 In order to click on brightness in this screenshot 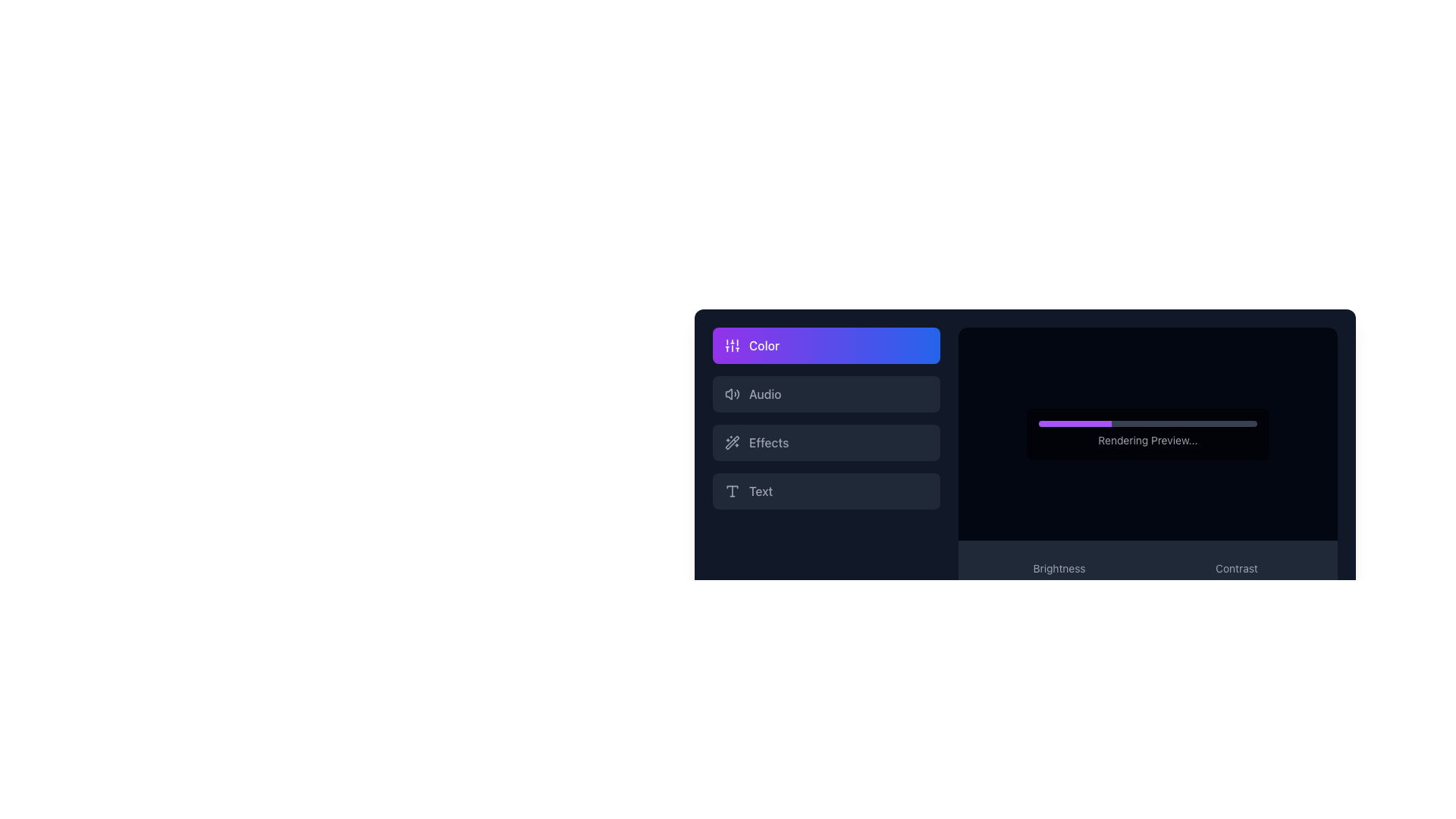, I will do `click(1022, 588)`.